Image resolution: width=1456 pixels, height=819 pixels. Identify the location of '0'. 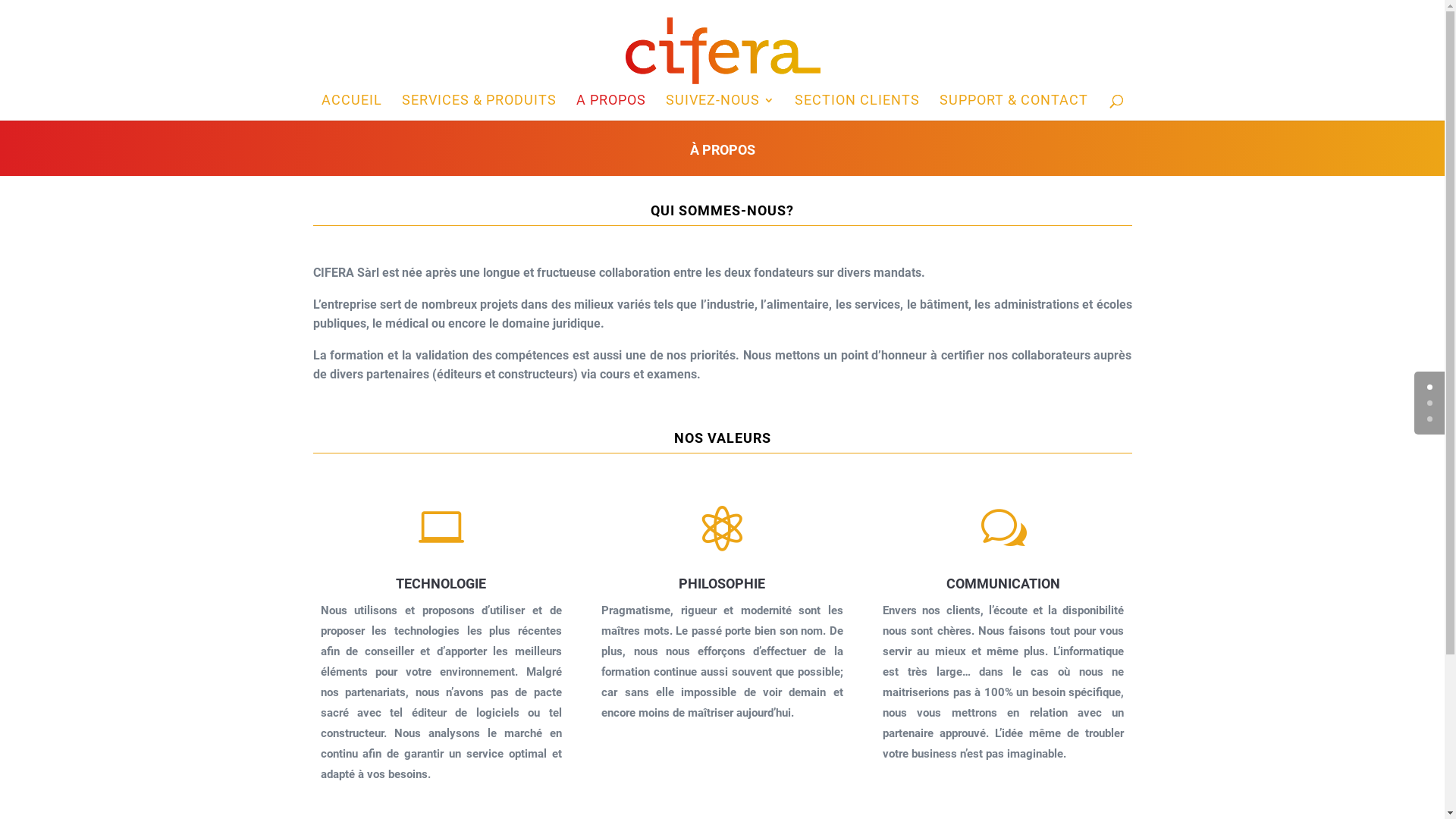
(1429, 386).